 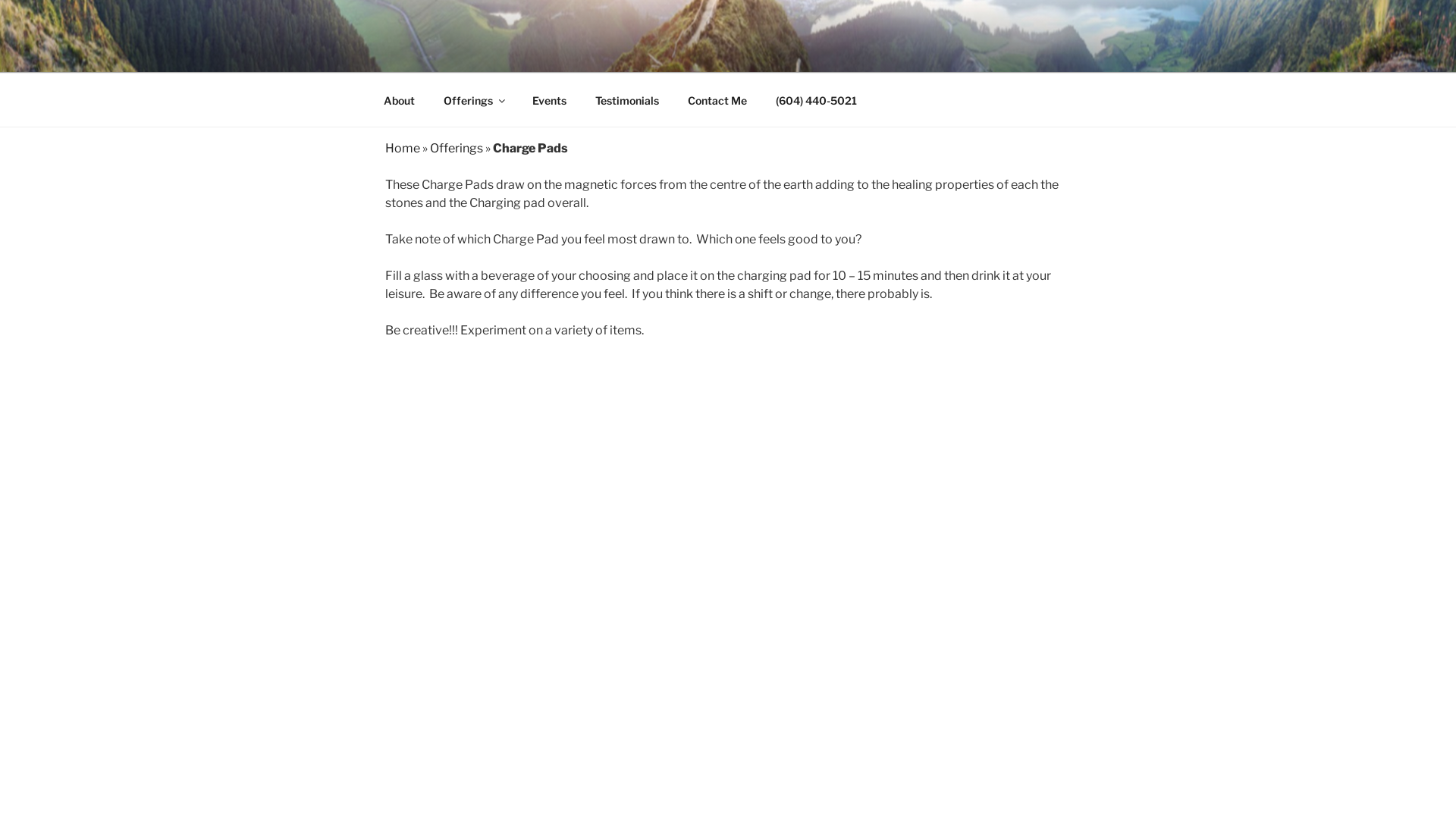 What do you see at coordinates (472, 100) in the screenshot?
I see `'Offerings'` at bounding box center [472, 100].